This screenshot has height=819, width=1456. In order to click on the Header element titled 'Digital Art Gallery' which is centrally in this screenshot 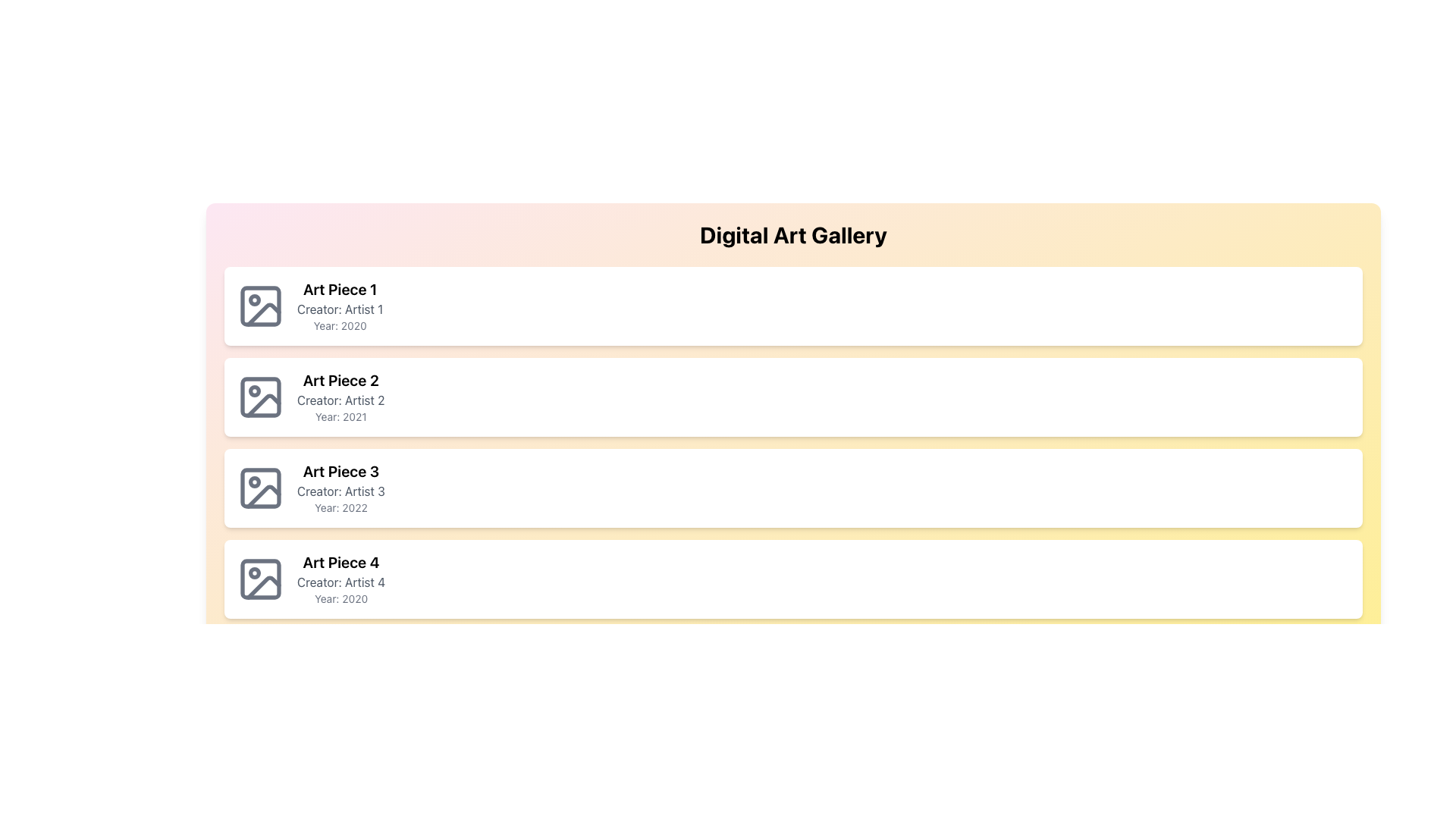, I will do `click(792, 234)`.